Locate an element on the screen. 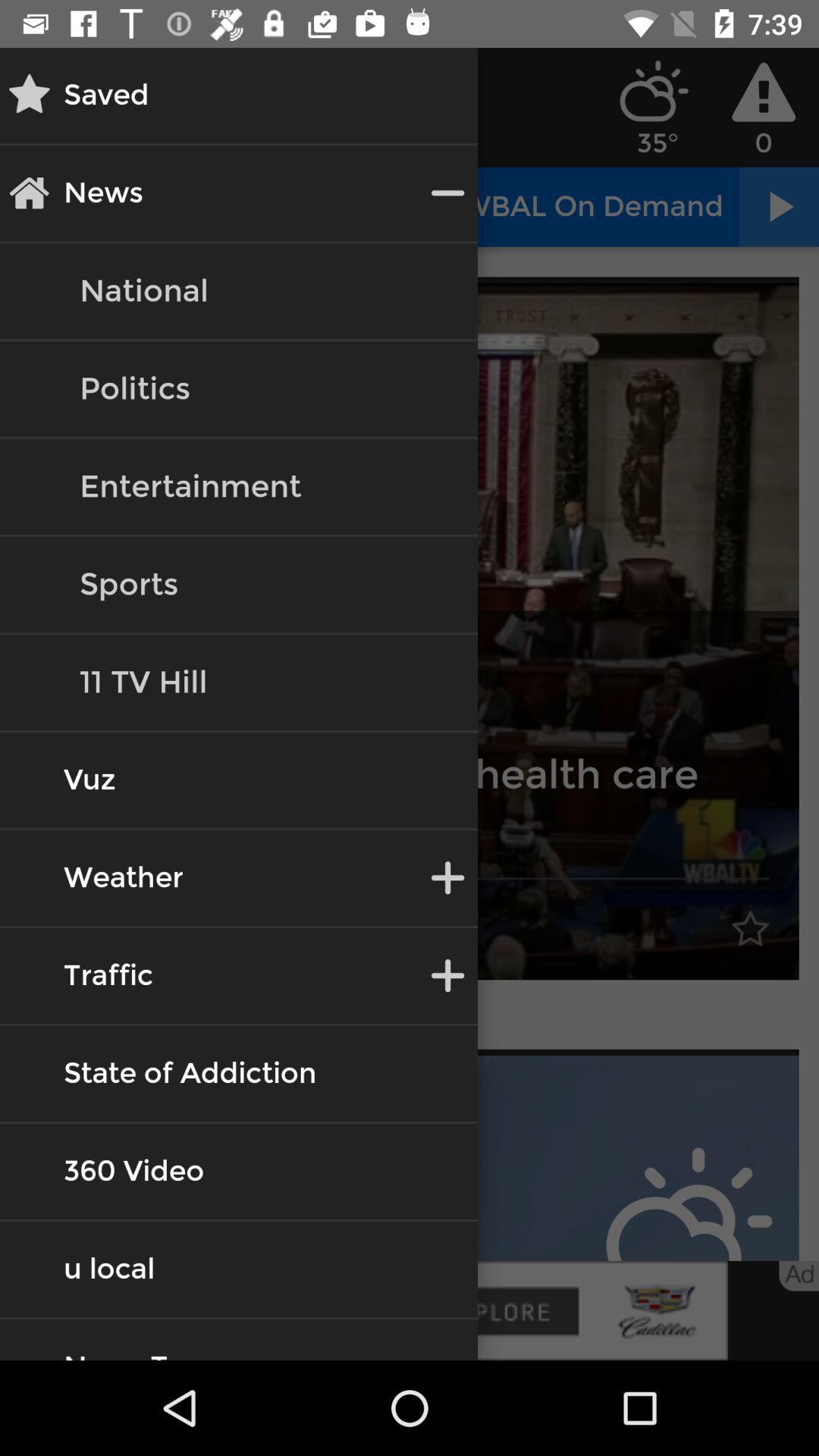  the star symbol on the image is located at coordinates (751, 928).